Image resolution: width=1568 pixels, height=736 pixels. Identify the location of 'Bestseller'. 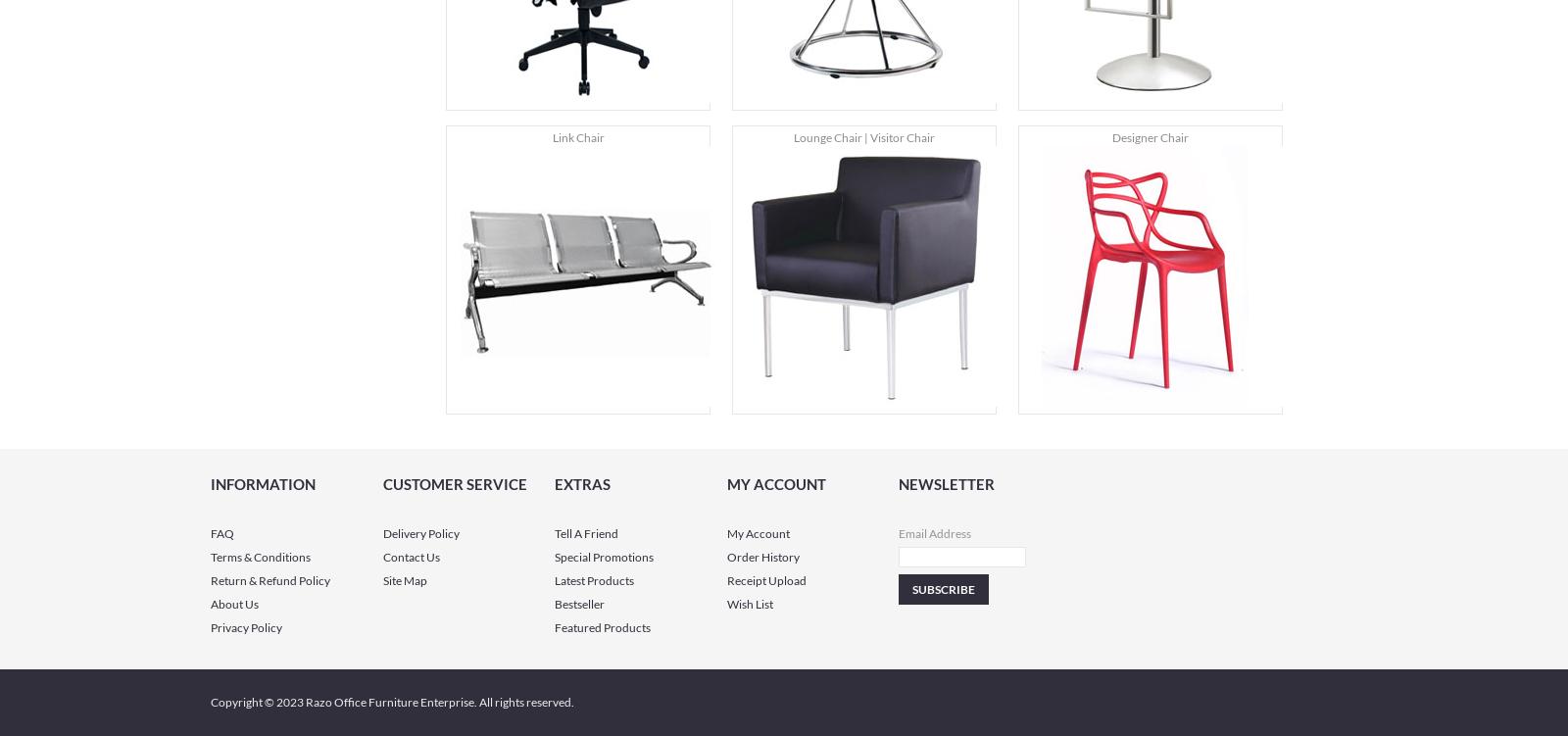
(578, 604).